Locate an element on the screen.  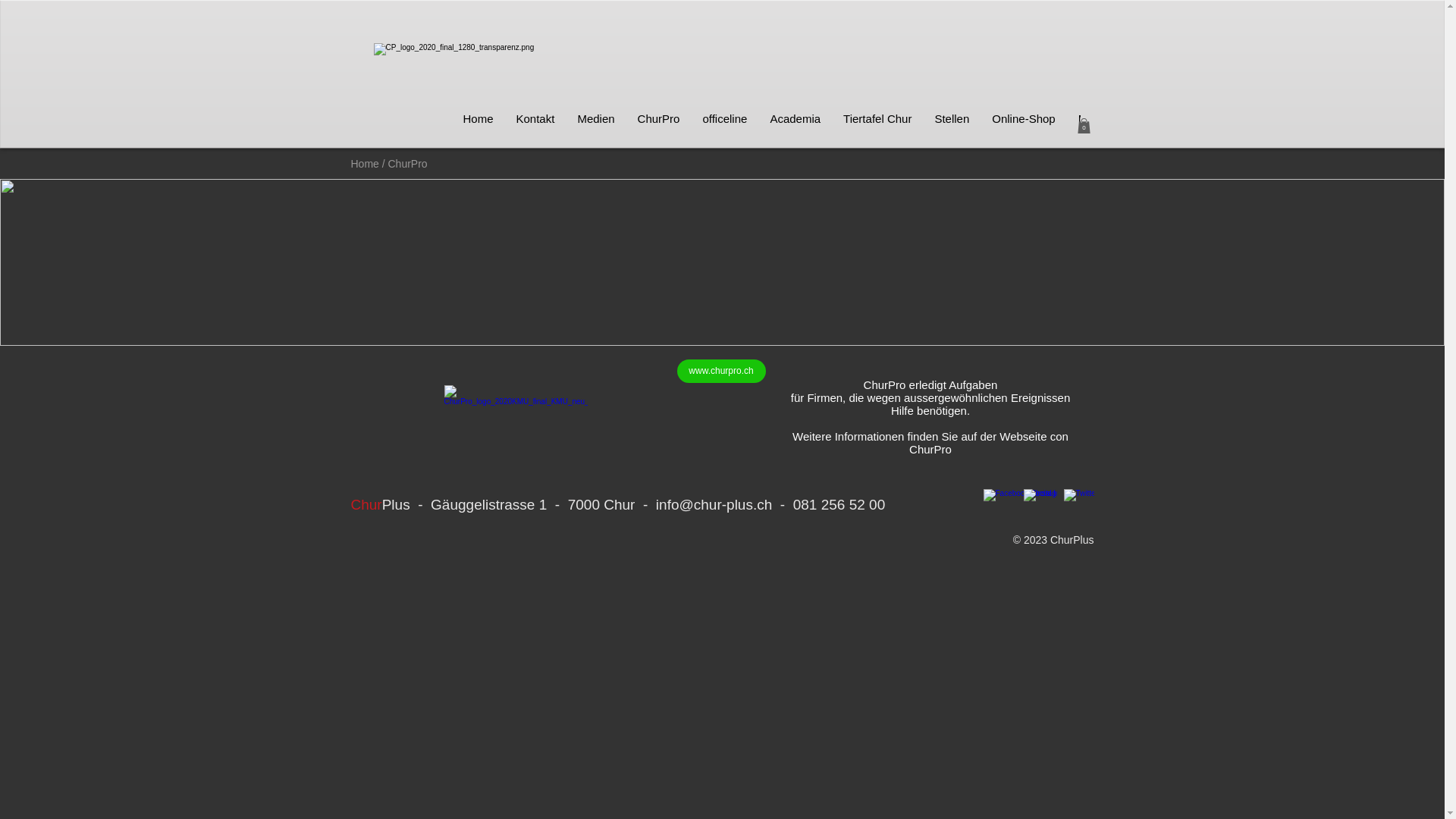
'www.churpro.ch' is located at coordinates (676, 371).